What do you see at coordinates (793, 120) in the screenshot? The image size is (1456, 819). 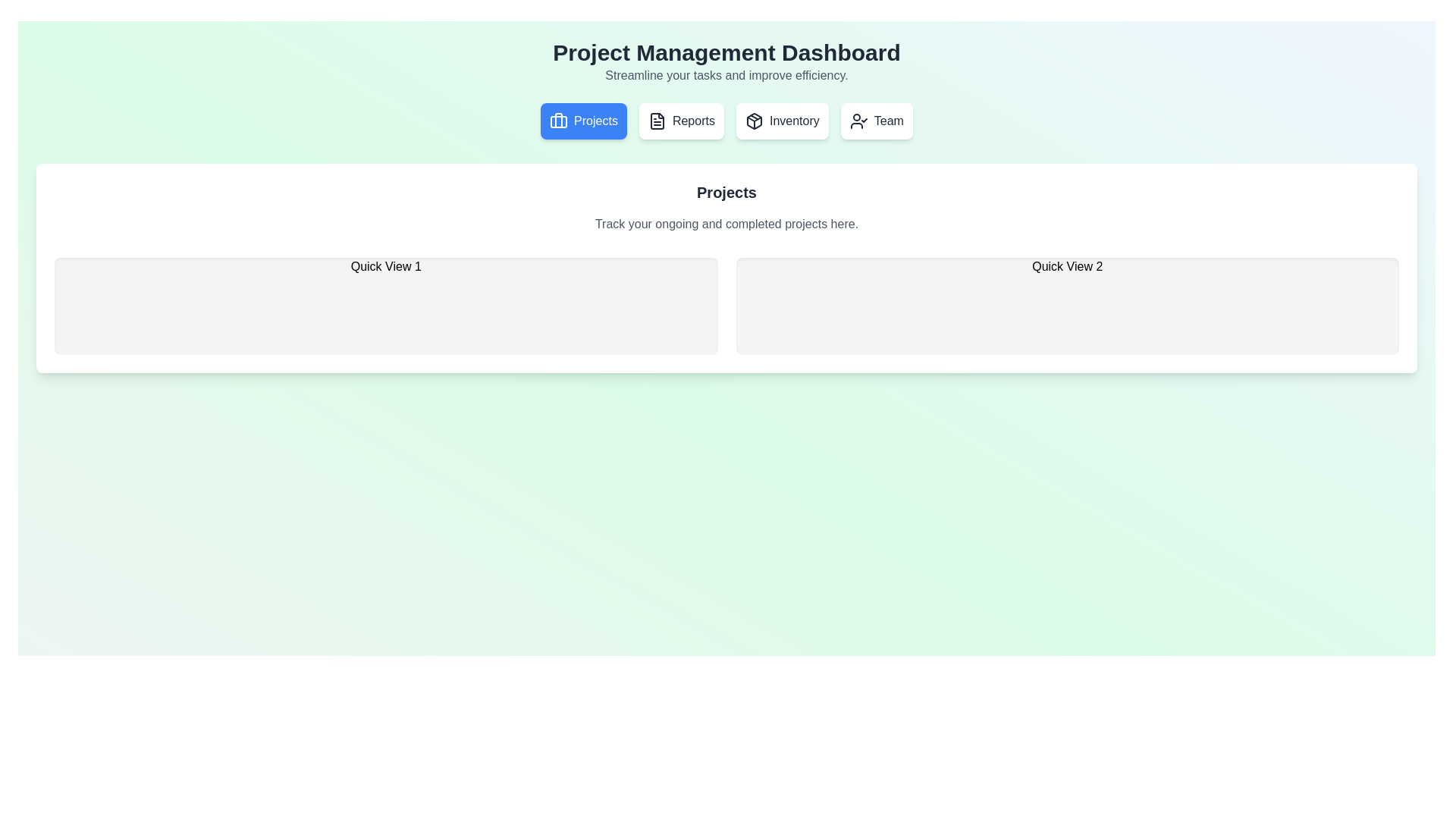 I see `the 'Inventory' button located in the navigation bar` at bounding box center [793, 120].